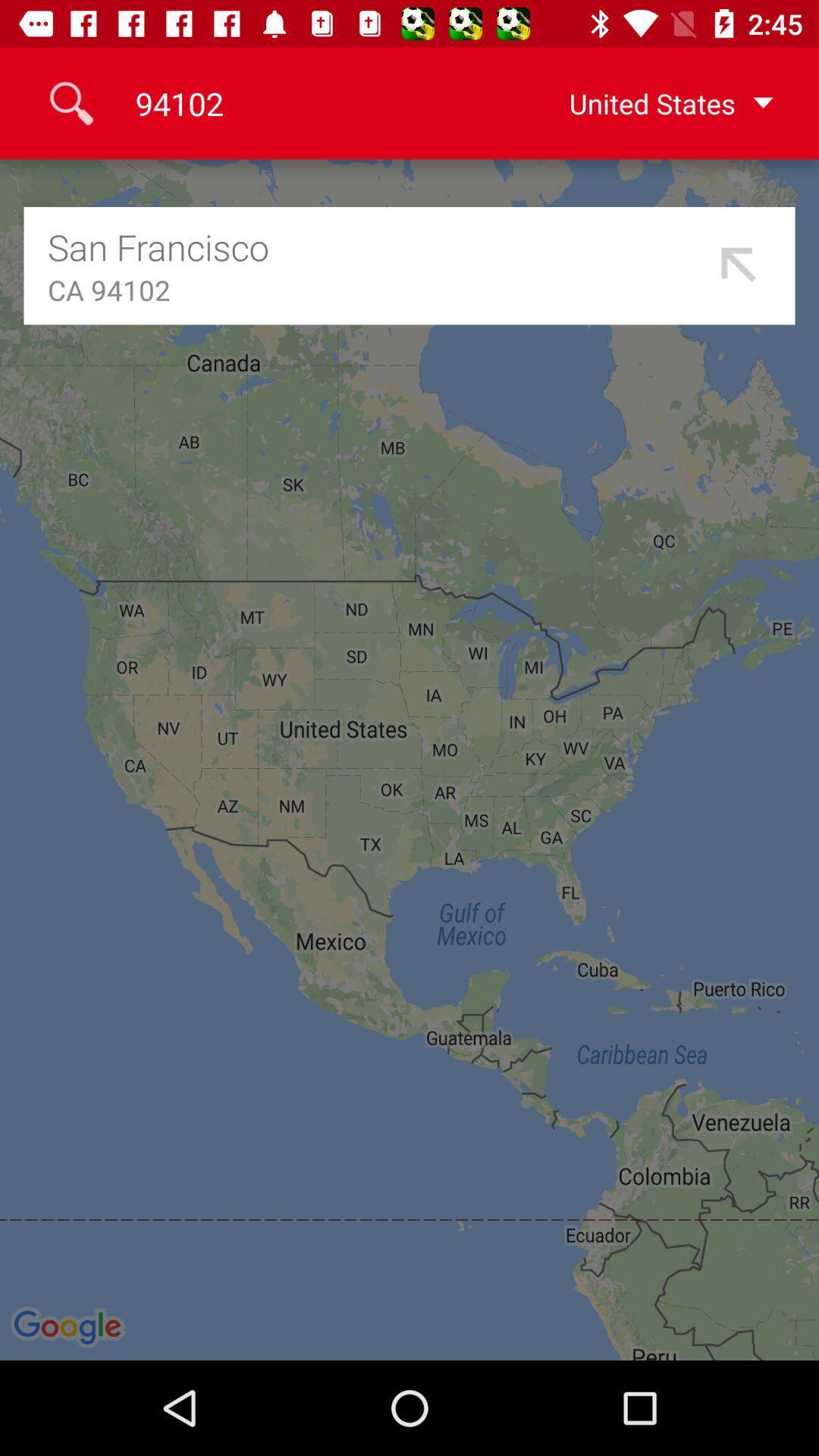 Image resolution: width=819 pixels, height=1456 pixels. Describe the element at coordinates (647, 102) in the screenshot. I see `icon to the right of 94102` at that location.